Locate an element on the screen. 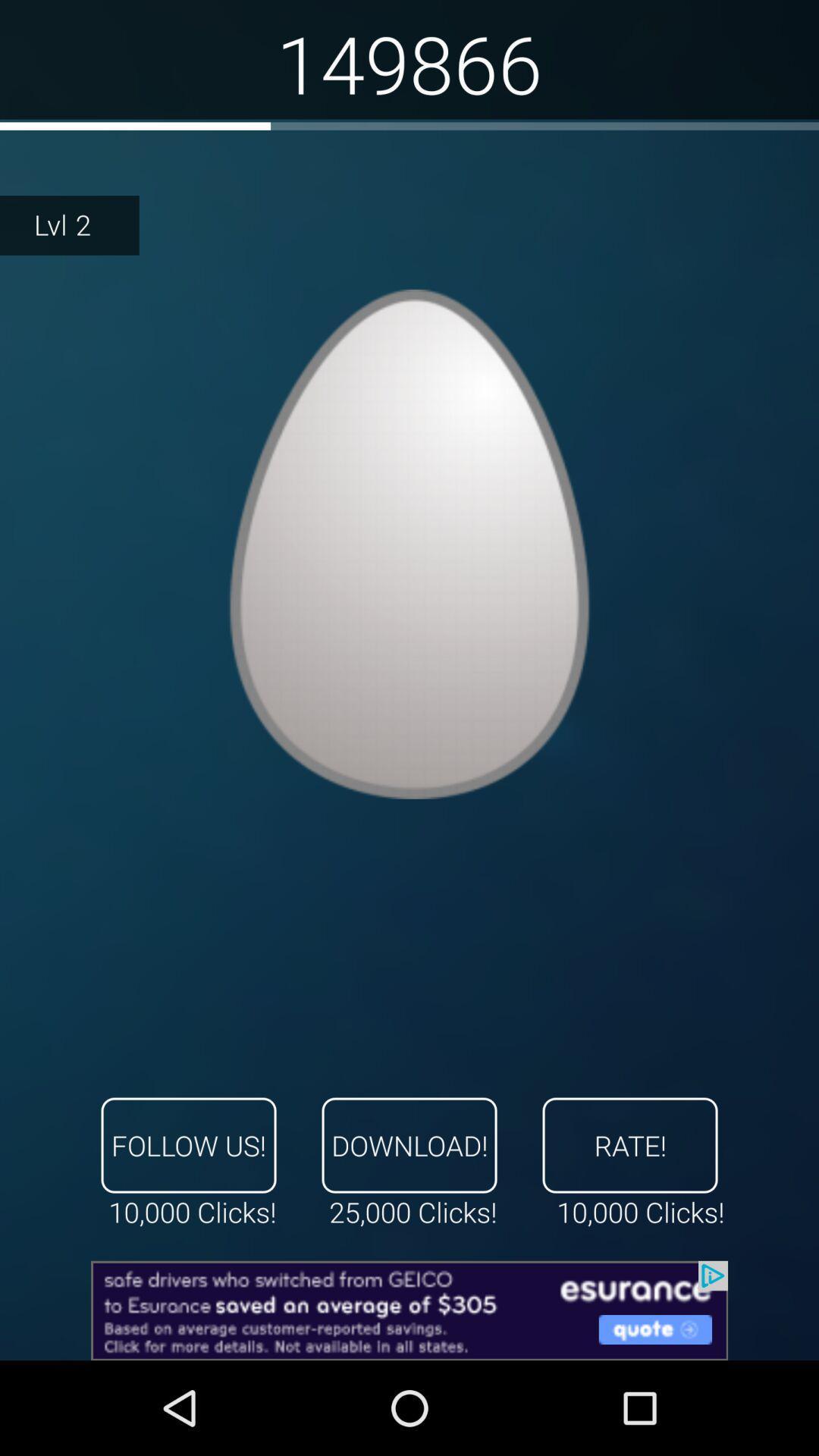 Image resolution: width=819 pixels, height=1456 pixels. advertising is located at coordinates (409, 1310).